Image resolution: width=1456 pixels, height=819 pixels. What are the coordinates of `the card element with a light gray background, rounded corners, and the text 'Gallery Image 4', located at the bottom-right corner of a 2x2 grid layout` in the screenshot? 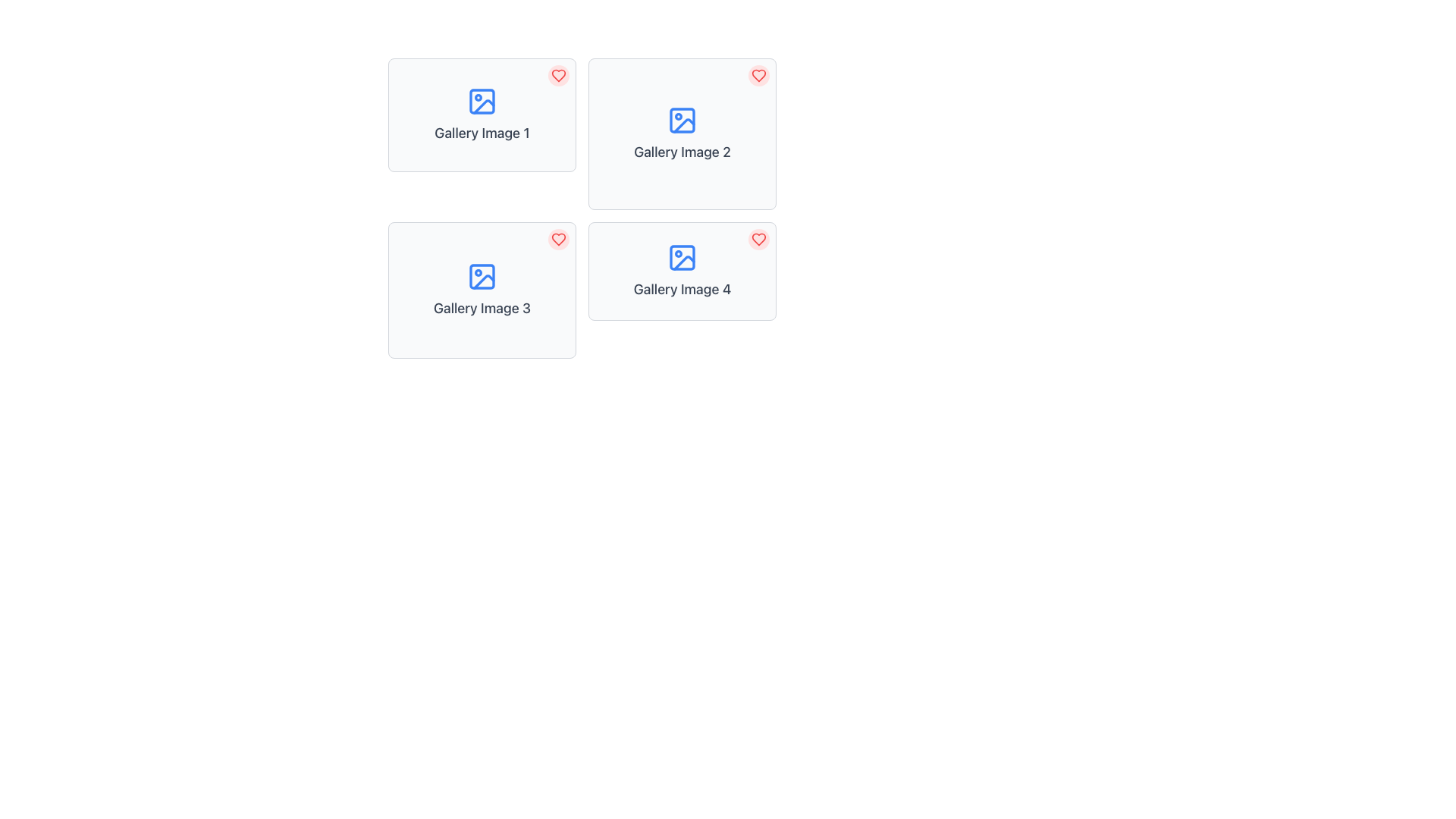 It's located at (682, 271).